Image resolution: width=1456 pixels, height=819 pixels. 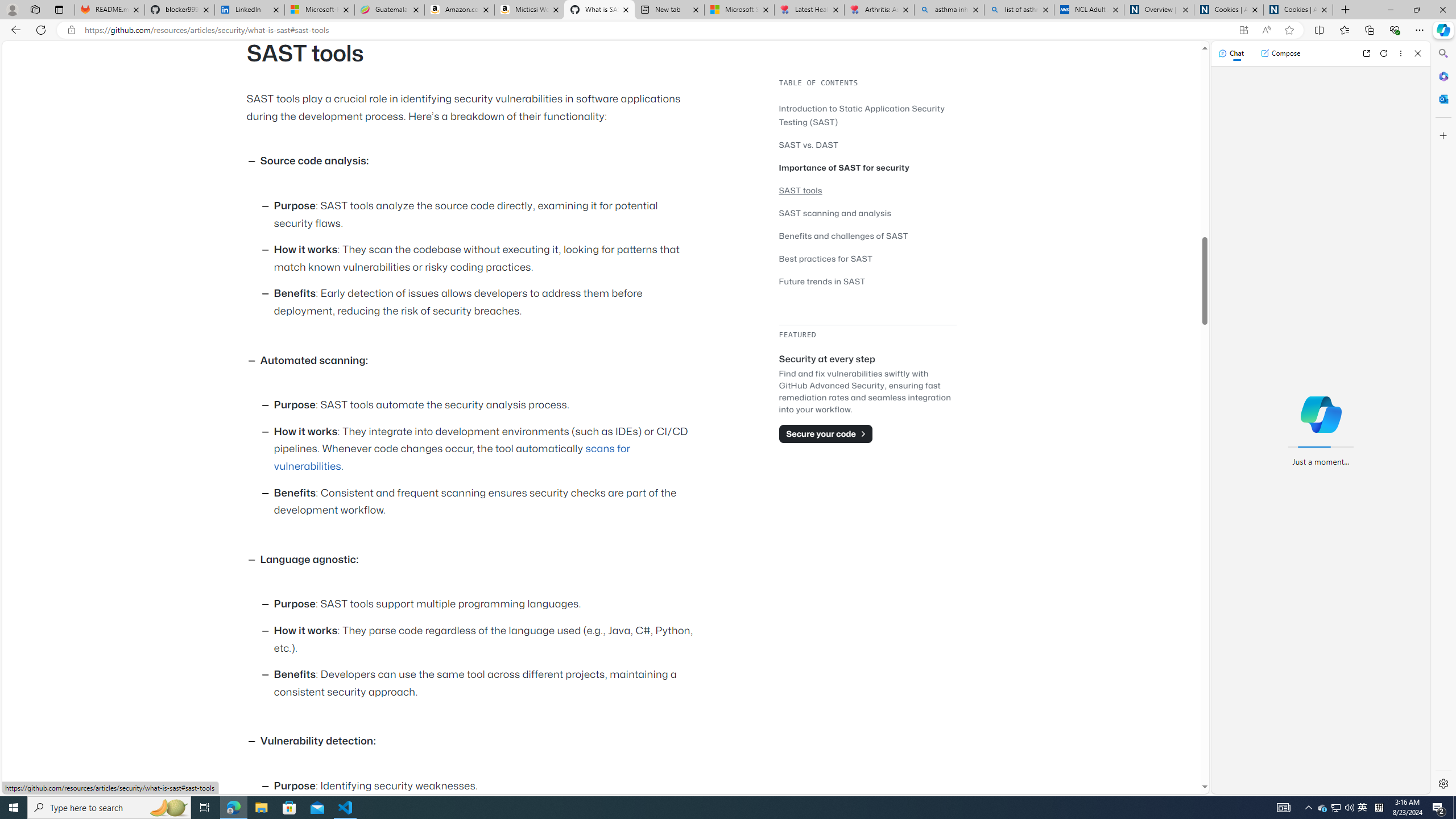 What do you see at coordinates (825, 433) in the screenshot?
I see `'Secure your code'` at bounding box center [825, 433].